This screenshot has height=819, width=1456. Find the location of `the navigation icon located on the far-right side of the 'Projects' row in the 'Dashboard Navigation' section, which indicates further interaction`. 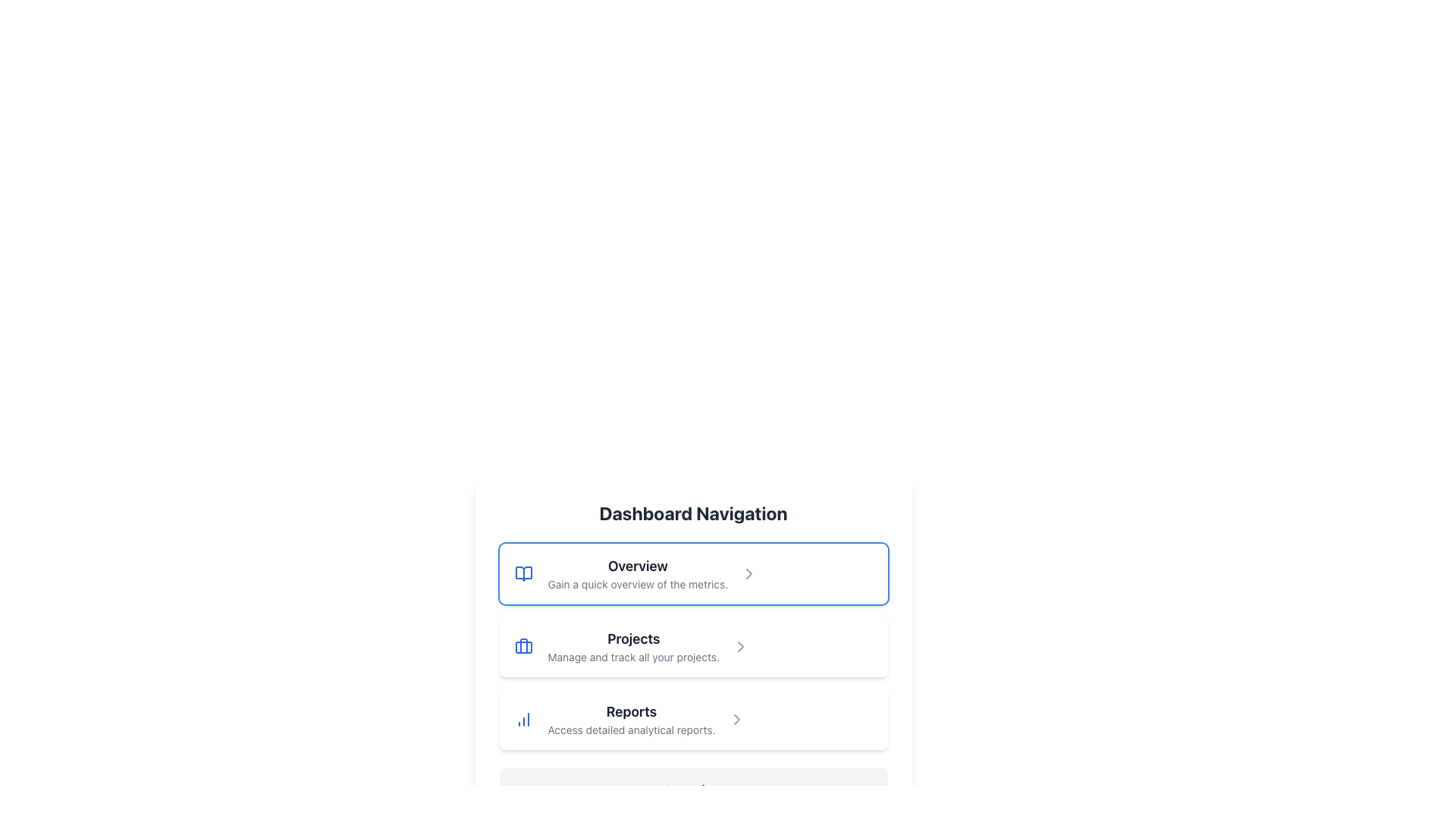

the navigation icon located on the far-right side of the 'Projects' row in the 'Dashboard Navigation' section, which indicates further interaction is located at coordinates (741, 646).